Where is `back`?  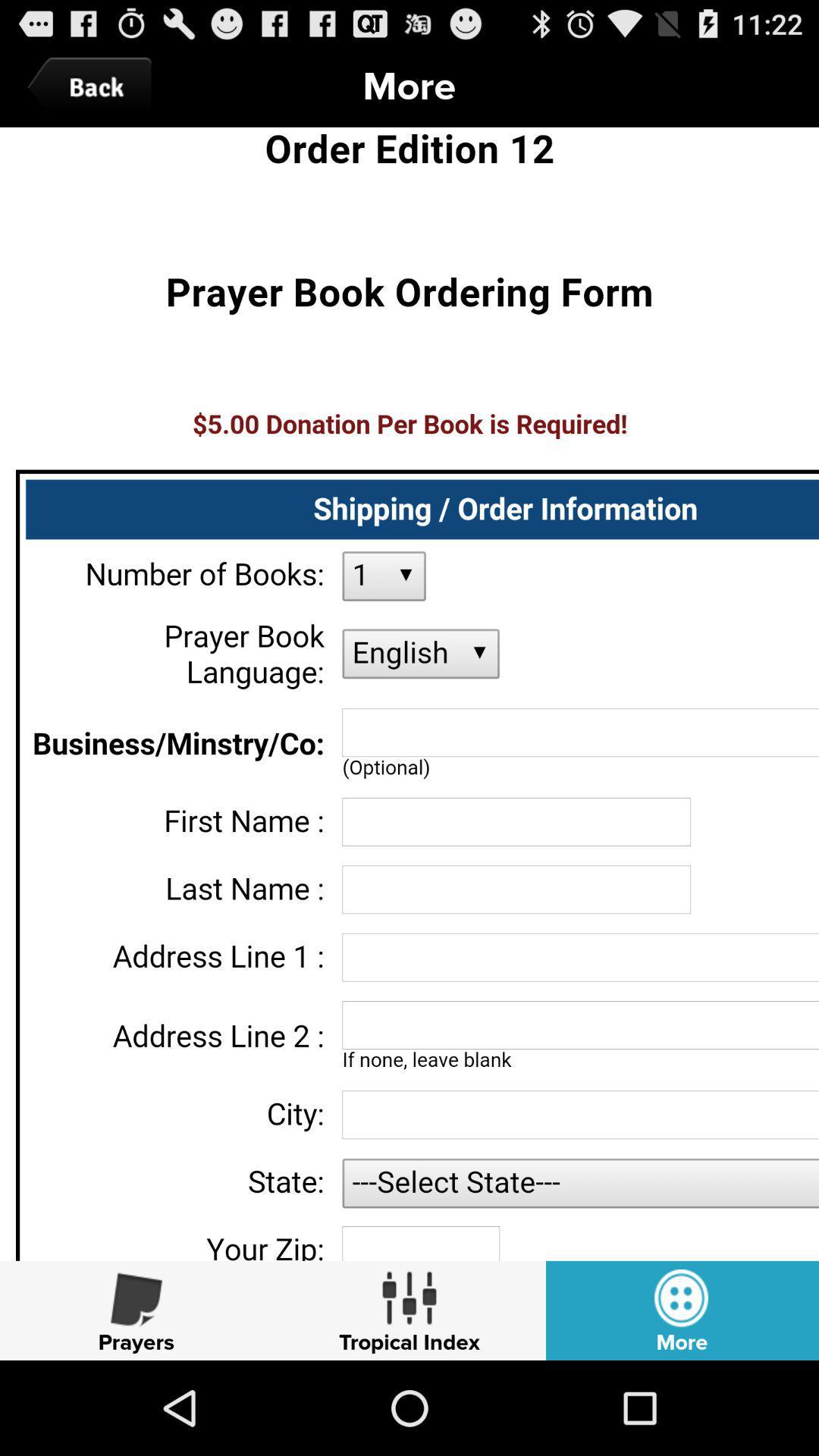
back is located at coordinates (93, 86).